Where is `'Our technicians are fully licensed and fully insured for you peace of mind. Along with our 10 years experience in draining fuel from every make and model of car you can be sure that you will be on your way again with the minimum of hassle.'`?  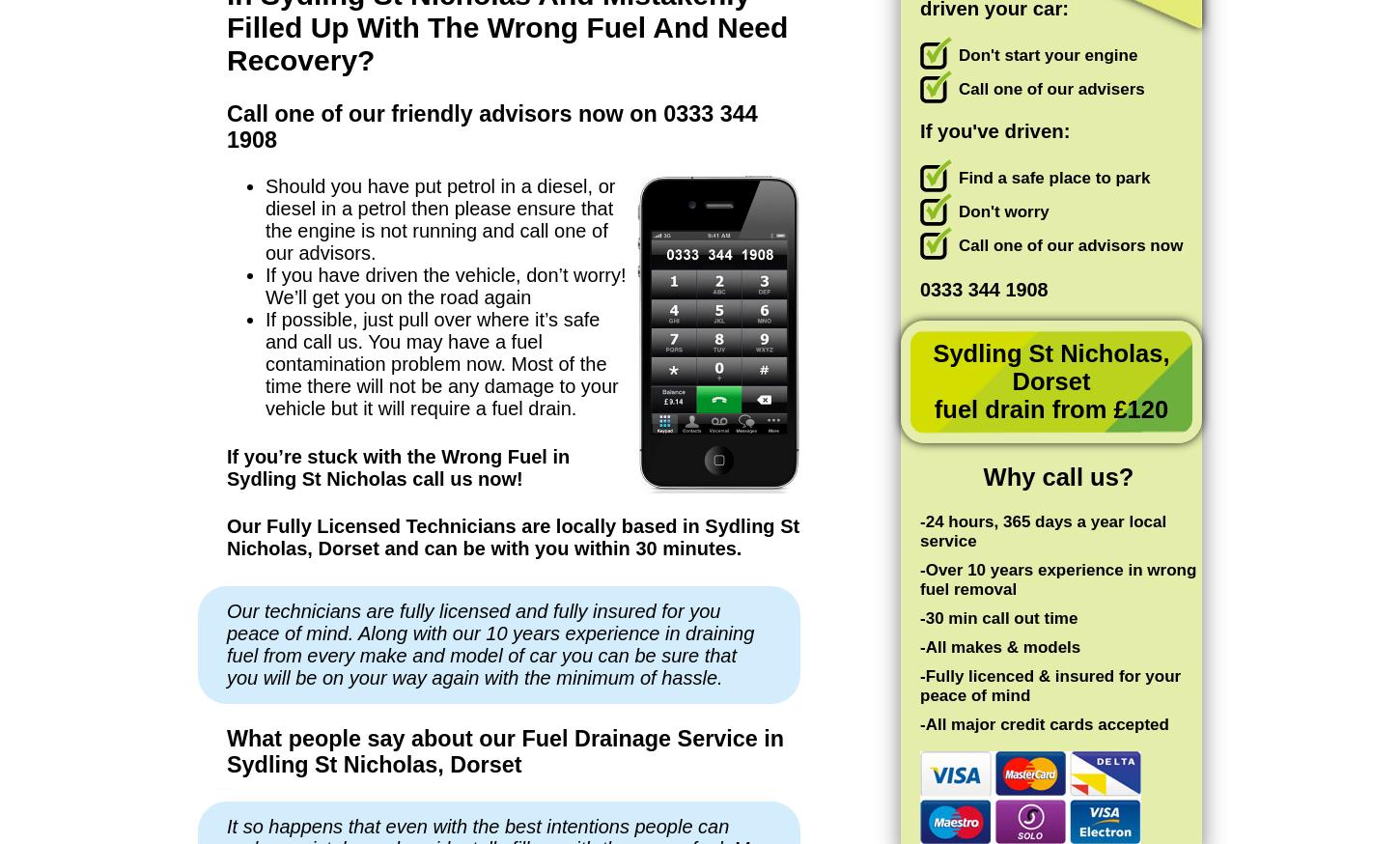 'Our technicians are fully licensed and fully insured for you peace of mind. Along with our 10 years experience in draining fuel from every make and model of car you can be sure that you will be on your way again with the minimum of hassle.' is located at coordinates (490, 643).